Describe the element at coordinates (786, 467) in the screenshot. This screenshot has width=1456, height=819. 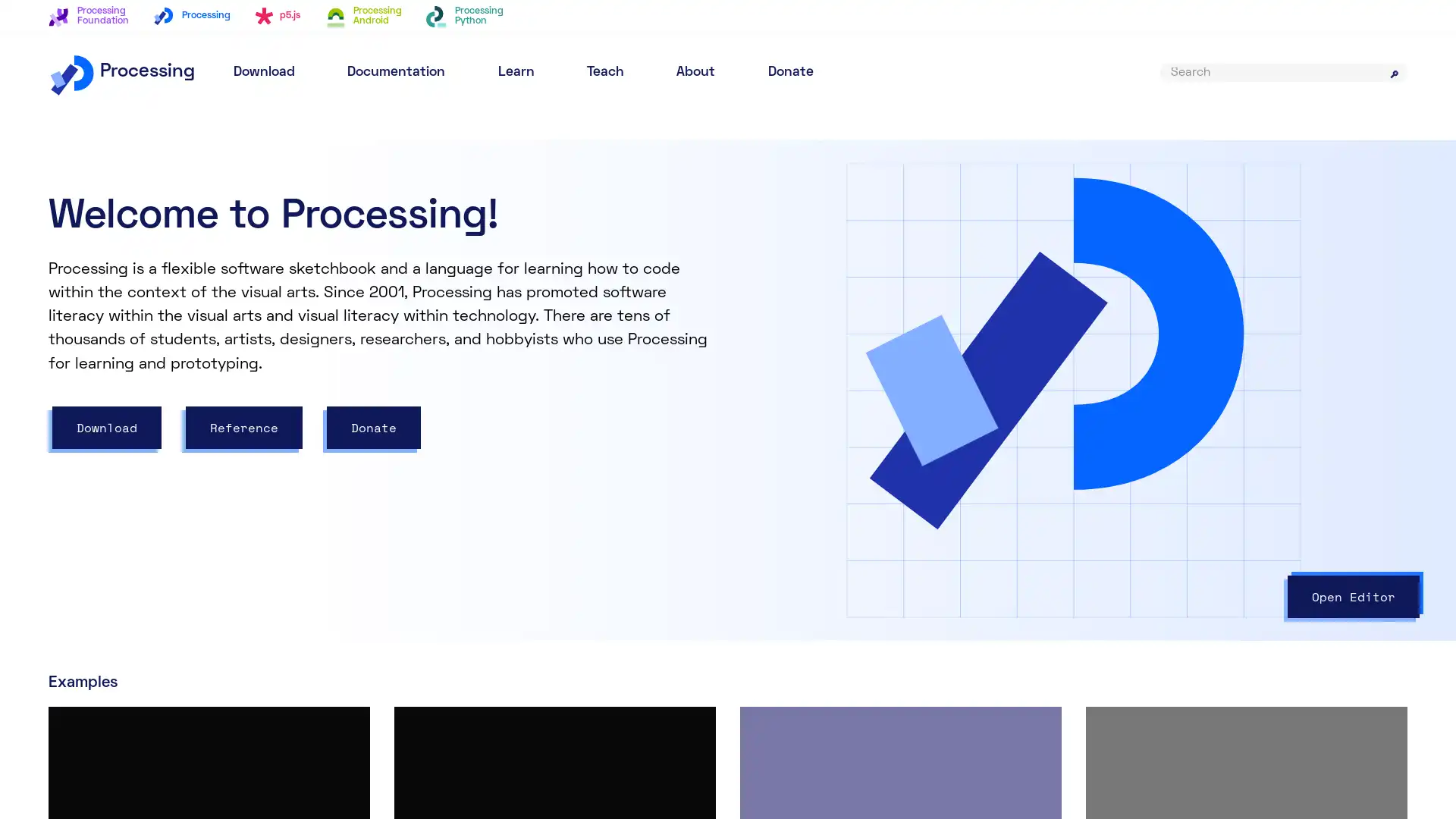
I see `line` at that location.